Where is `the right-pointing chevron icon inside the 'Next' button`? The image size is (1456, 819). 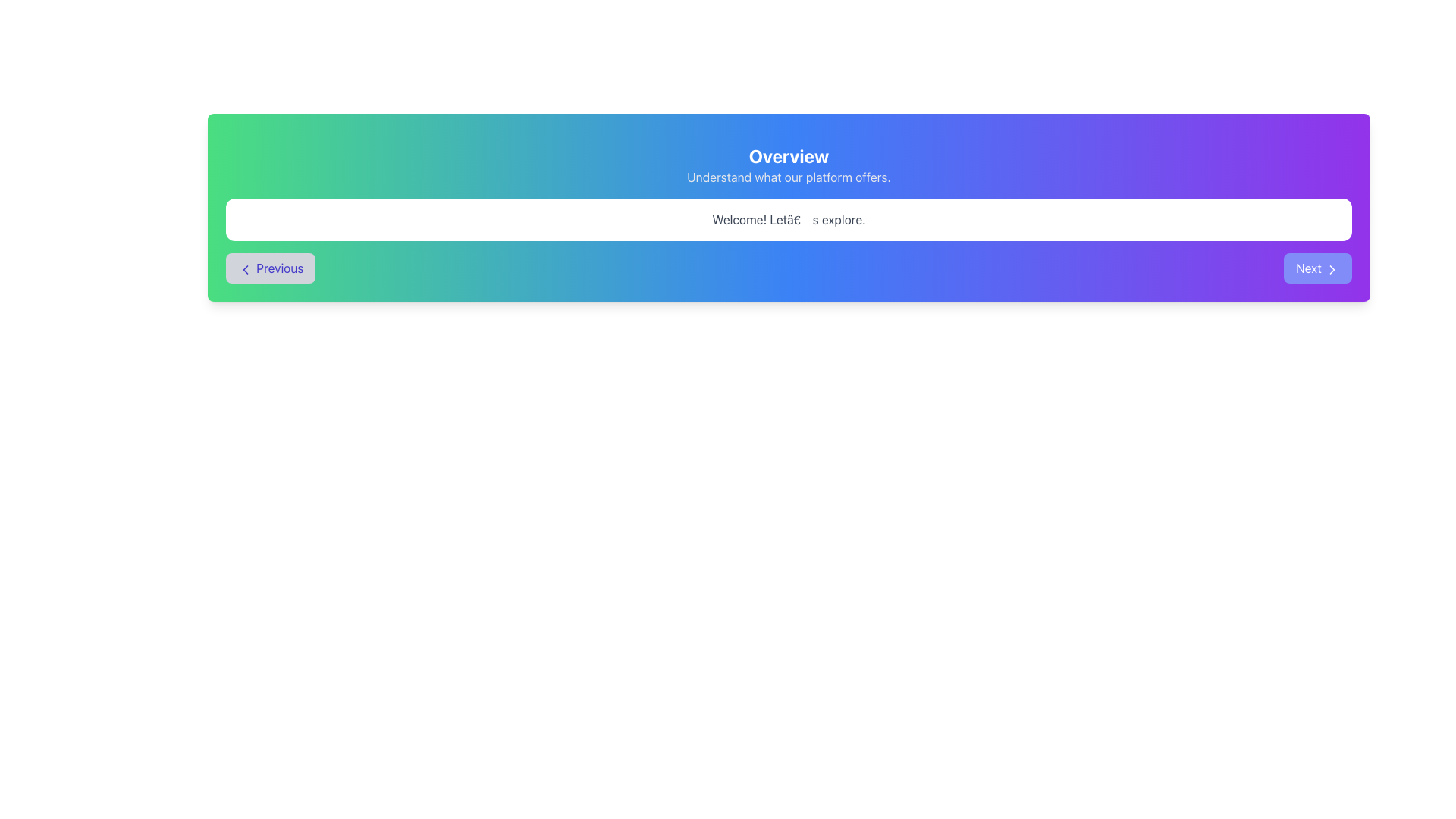
the right-pointing chevron icon inside the 'Next' button is located at coordinates (1331, 268).